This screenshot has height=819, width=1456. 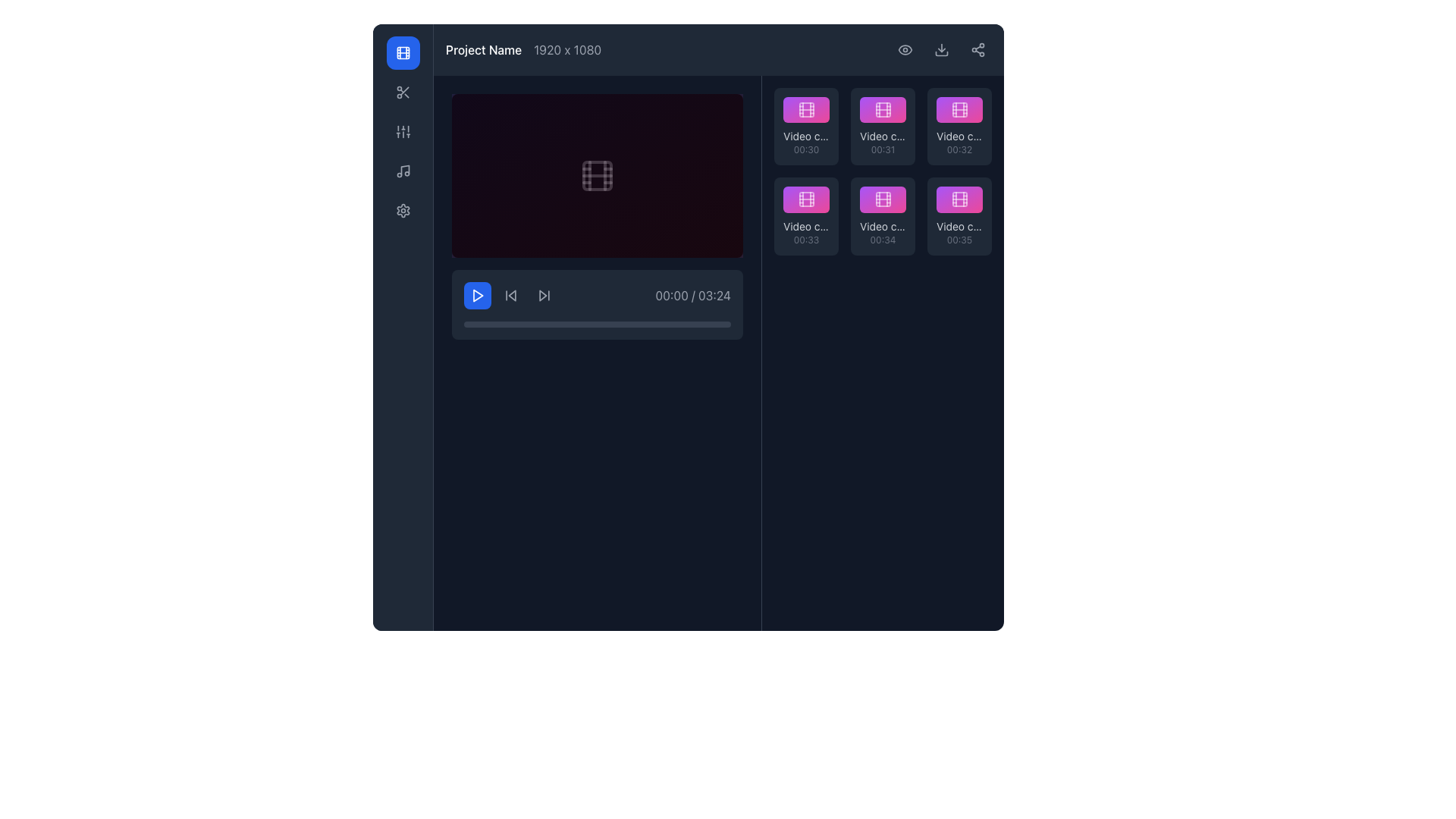 What do you see at coordinates (883, 199) in the screenshot?
I see `the film-inspired icon, which is represented by a rectangle with frames and dividers, located centrally within a rectangular button in the list of video clip thumbnails` at bounding box center [883, 199].